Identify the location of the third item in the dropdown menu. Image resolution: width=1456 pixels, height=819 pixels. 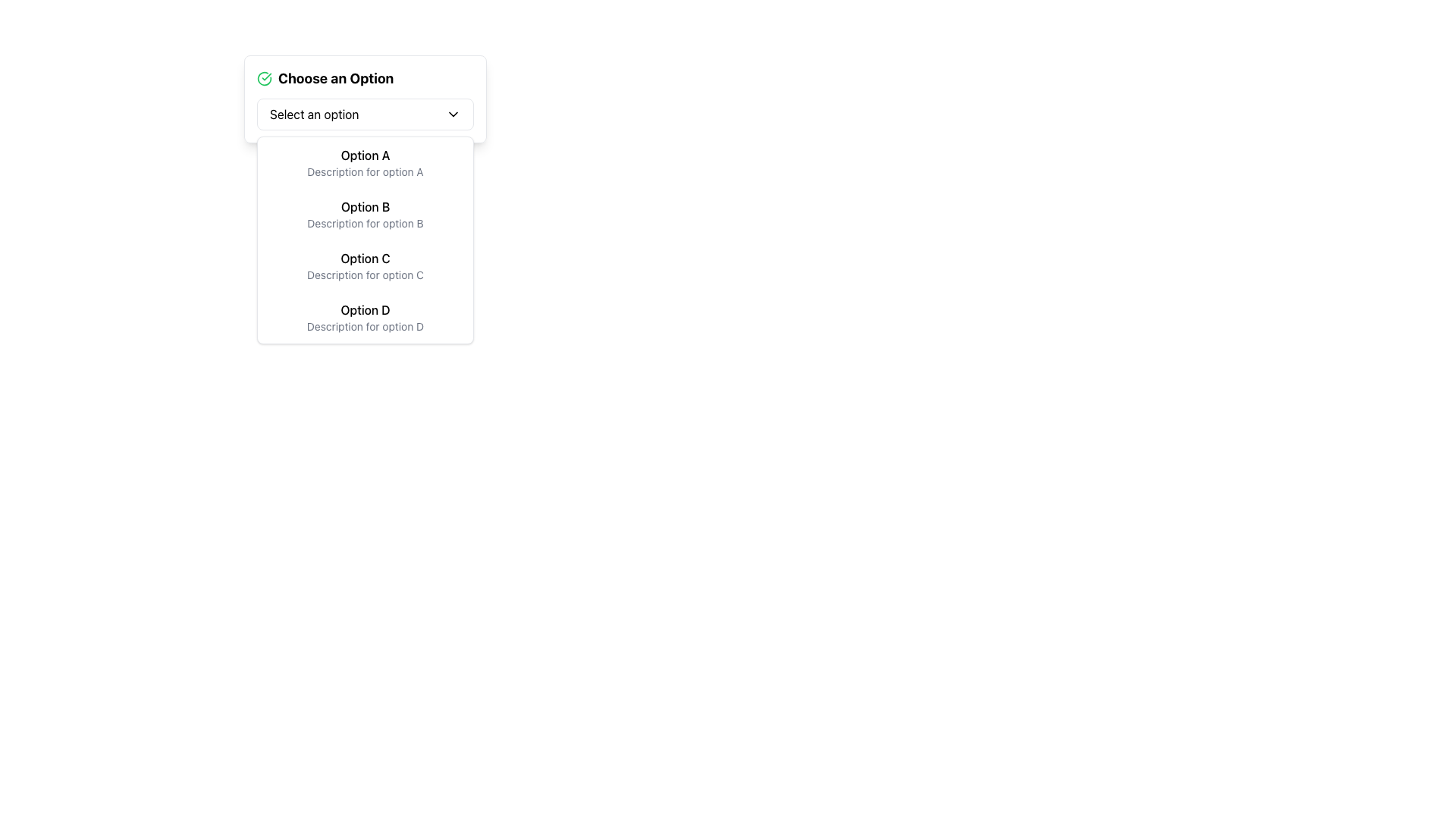
(365, 265).